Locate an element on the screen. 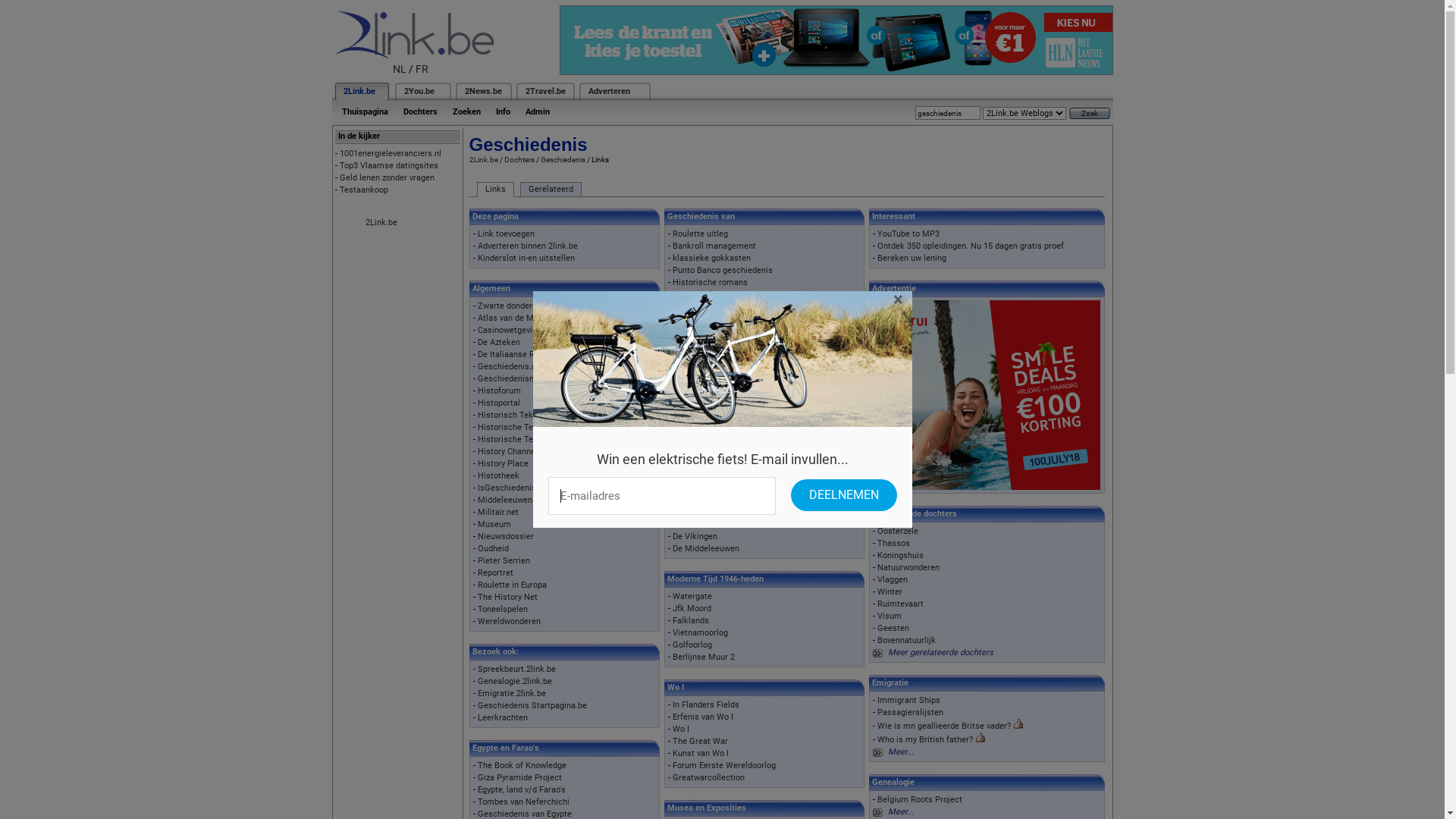 The height and width of the screenshot is (819, 1456). 'Emigratie.2link.be' is located at coordinates (512, 693).